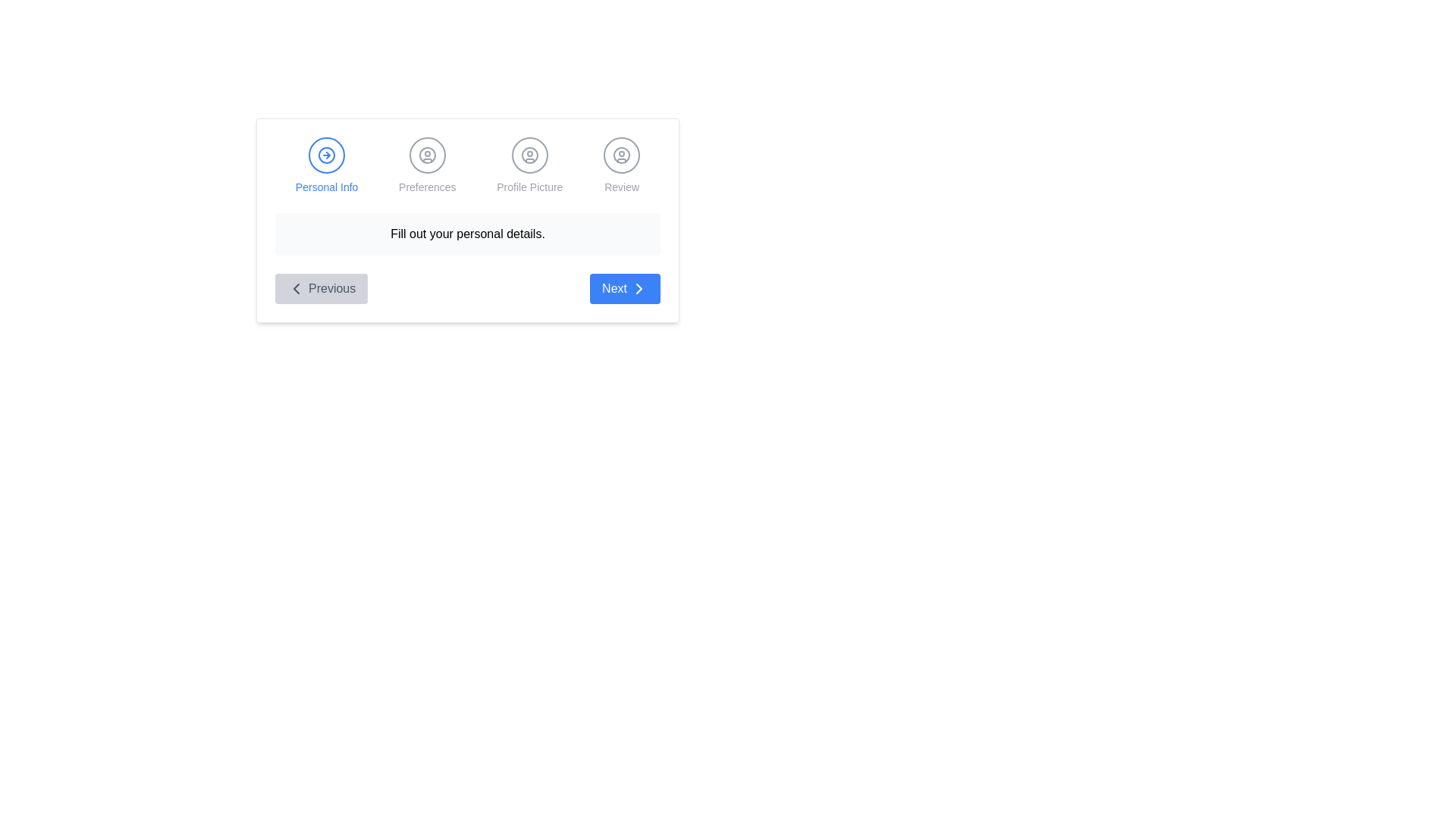  Describe the element at coordinates (639, 289) in the screenshot. I see `the forward navigation icon located at the center-right portion of the 'Next' button in the card interface` at that location.